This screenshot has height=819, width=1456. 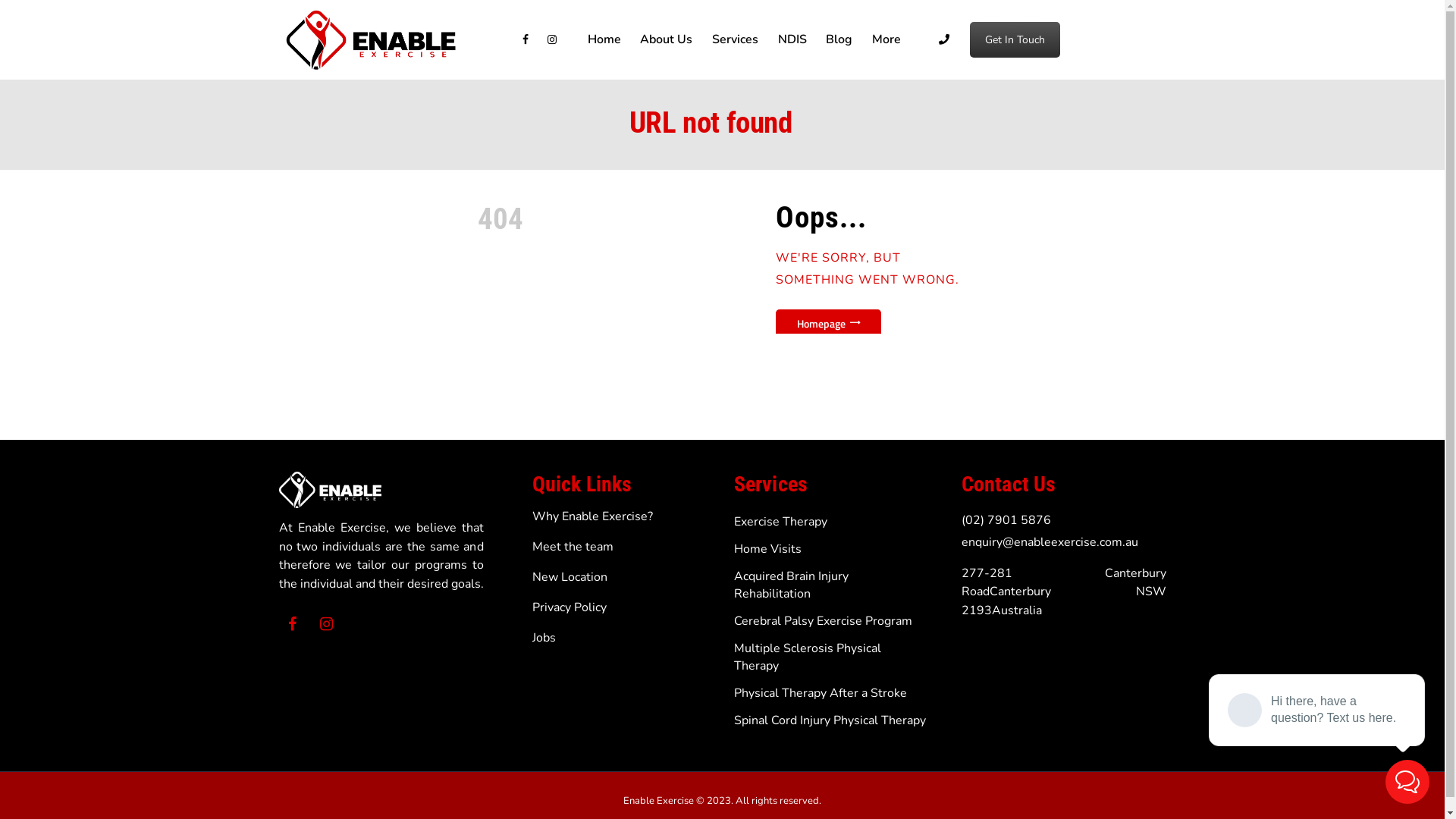 I want to click on 'Physical Therapy After a Stroke', so click(x=819, y=693).